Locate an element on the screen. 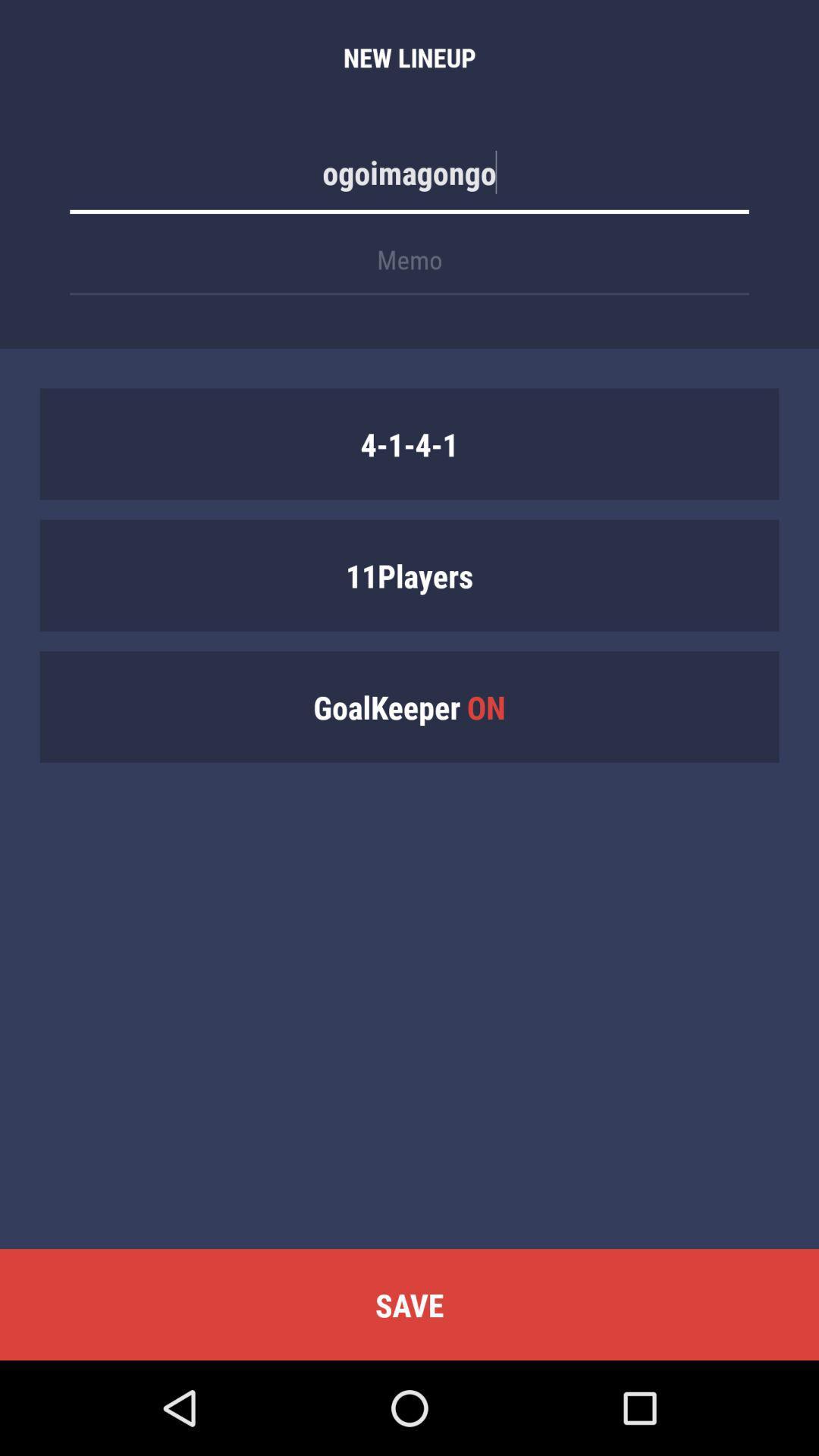  the 11players icon is located at coordinates (409, 574).